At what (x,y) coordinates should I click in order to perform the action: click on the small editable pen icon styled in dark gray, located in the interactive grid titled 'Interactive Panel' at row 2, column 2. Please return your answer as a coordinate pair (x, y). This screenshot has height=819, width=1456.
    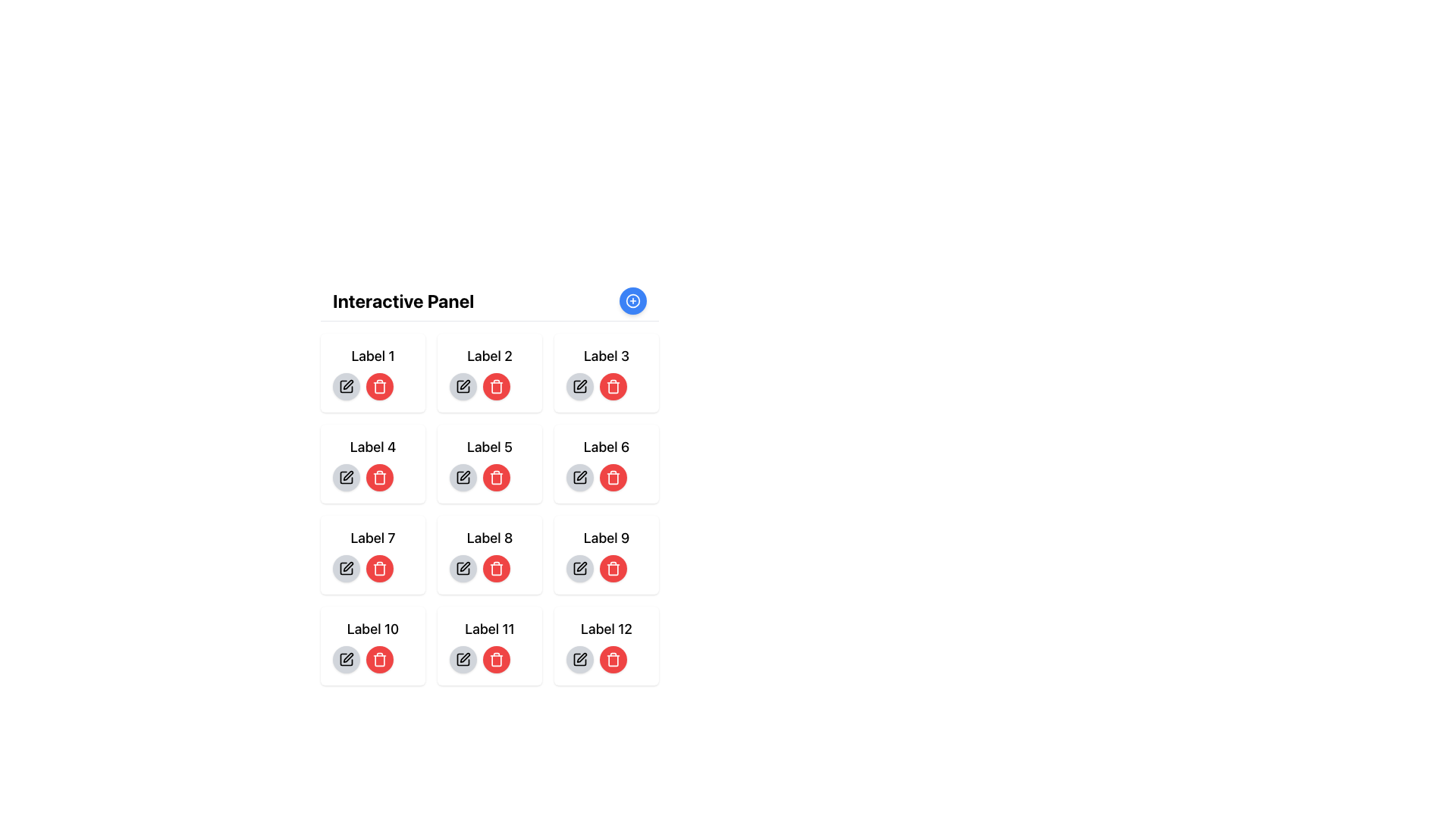
    Looking at the image, I should click on (462, 476).